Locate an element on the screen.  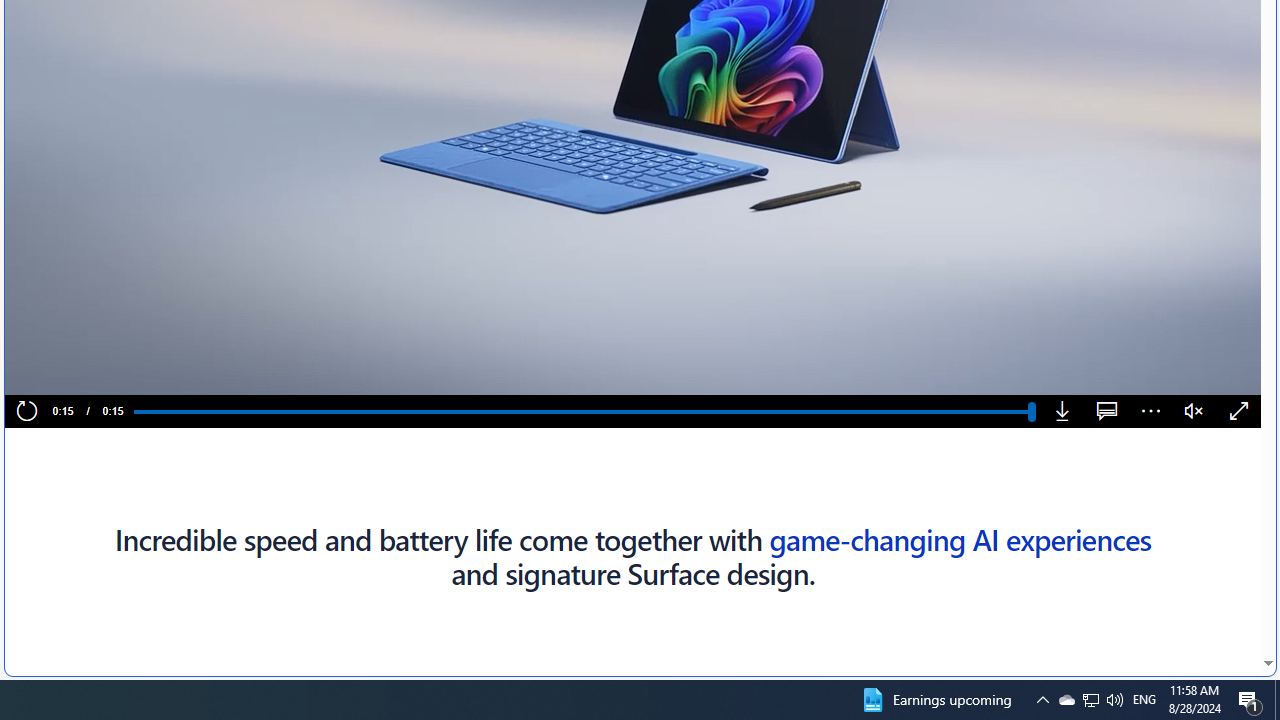
'Unmute' is located at coordinates (1194, 411).